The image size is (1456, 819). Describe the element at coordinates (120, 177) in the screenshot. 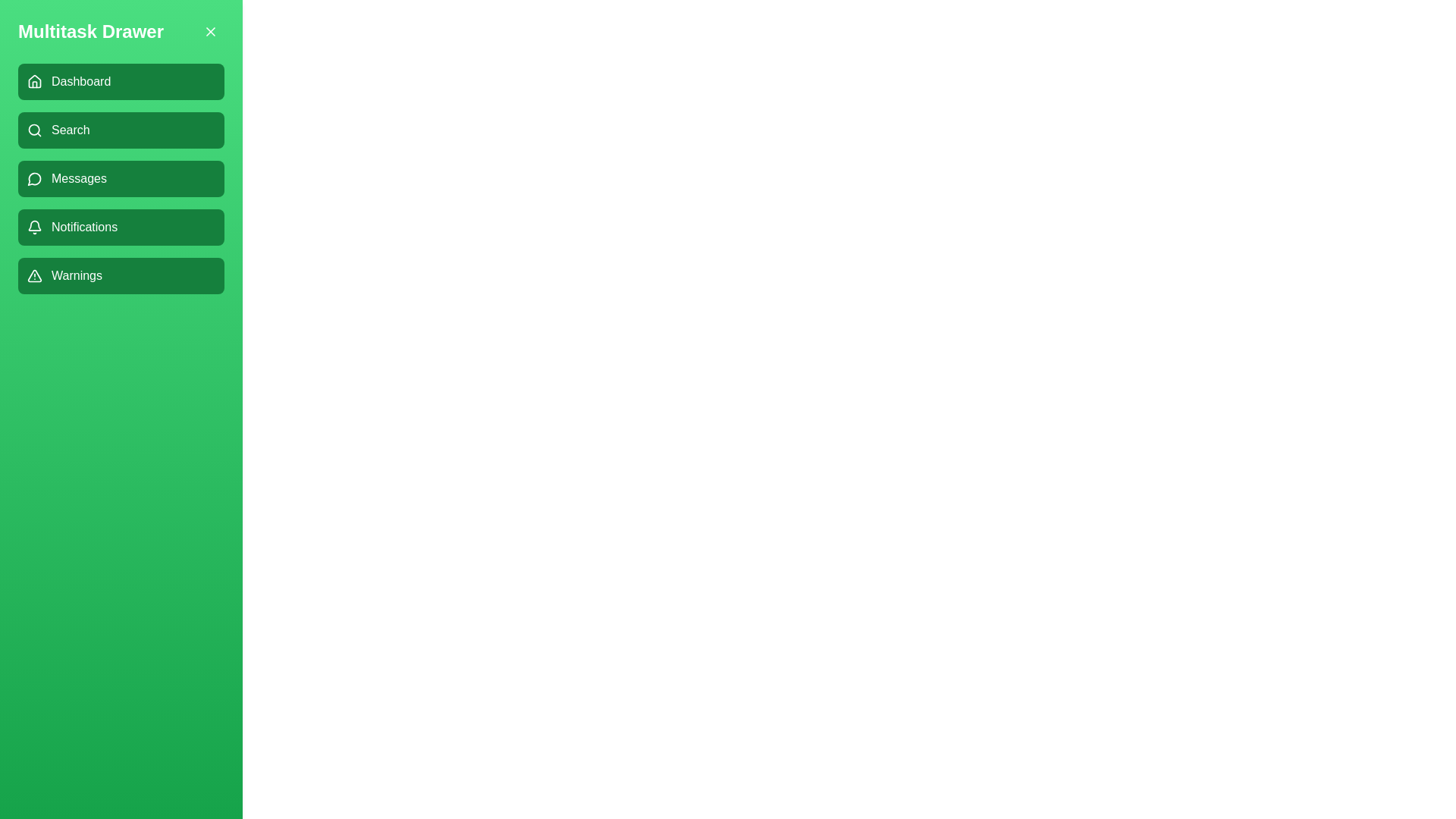

I see `the 'Messages' menu item to navigate to the Messages section` at that location.